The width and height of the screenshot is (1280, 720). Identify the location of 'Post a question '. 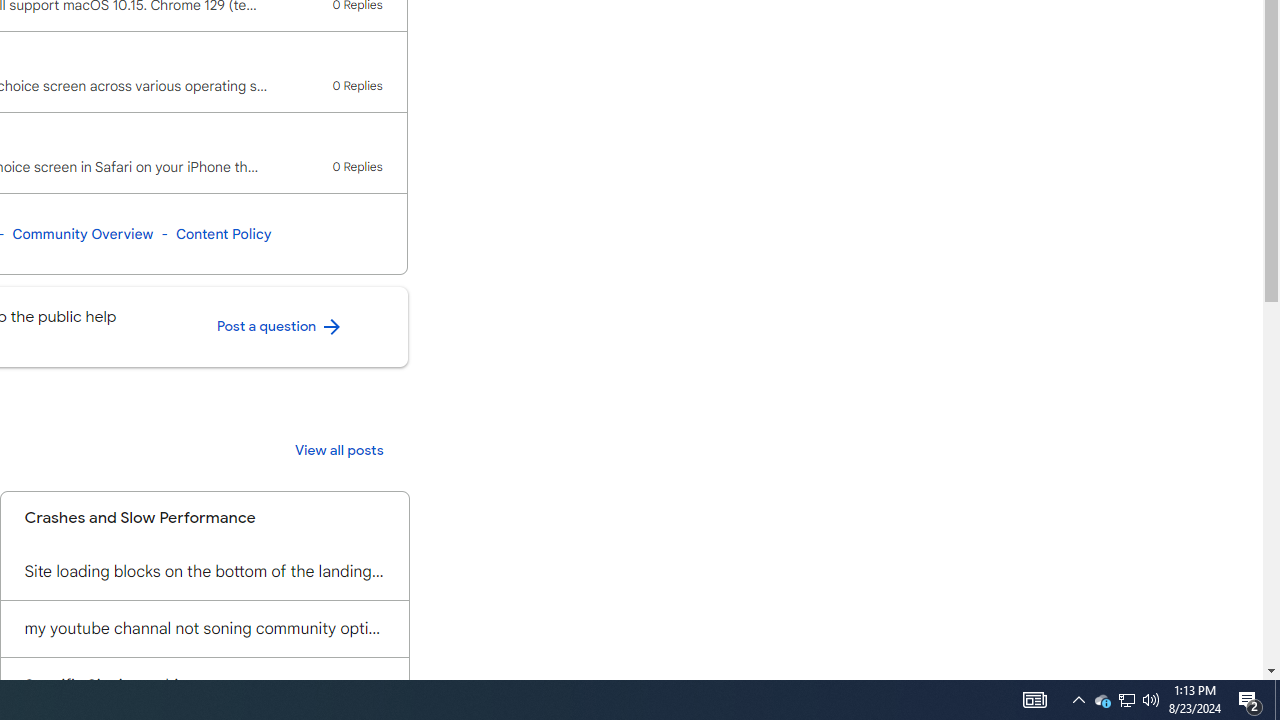
(279, 326).